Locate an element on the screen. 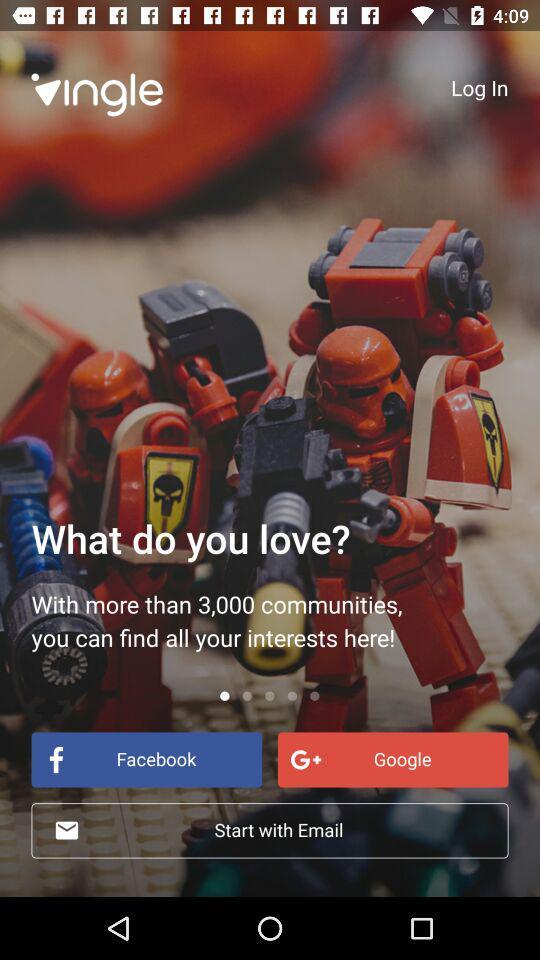 This screenshot has height=960, width=540. item above start with email is located at coordinates (393, 758).